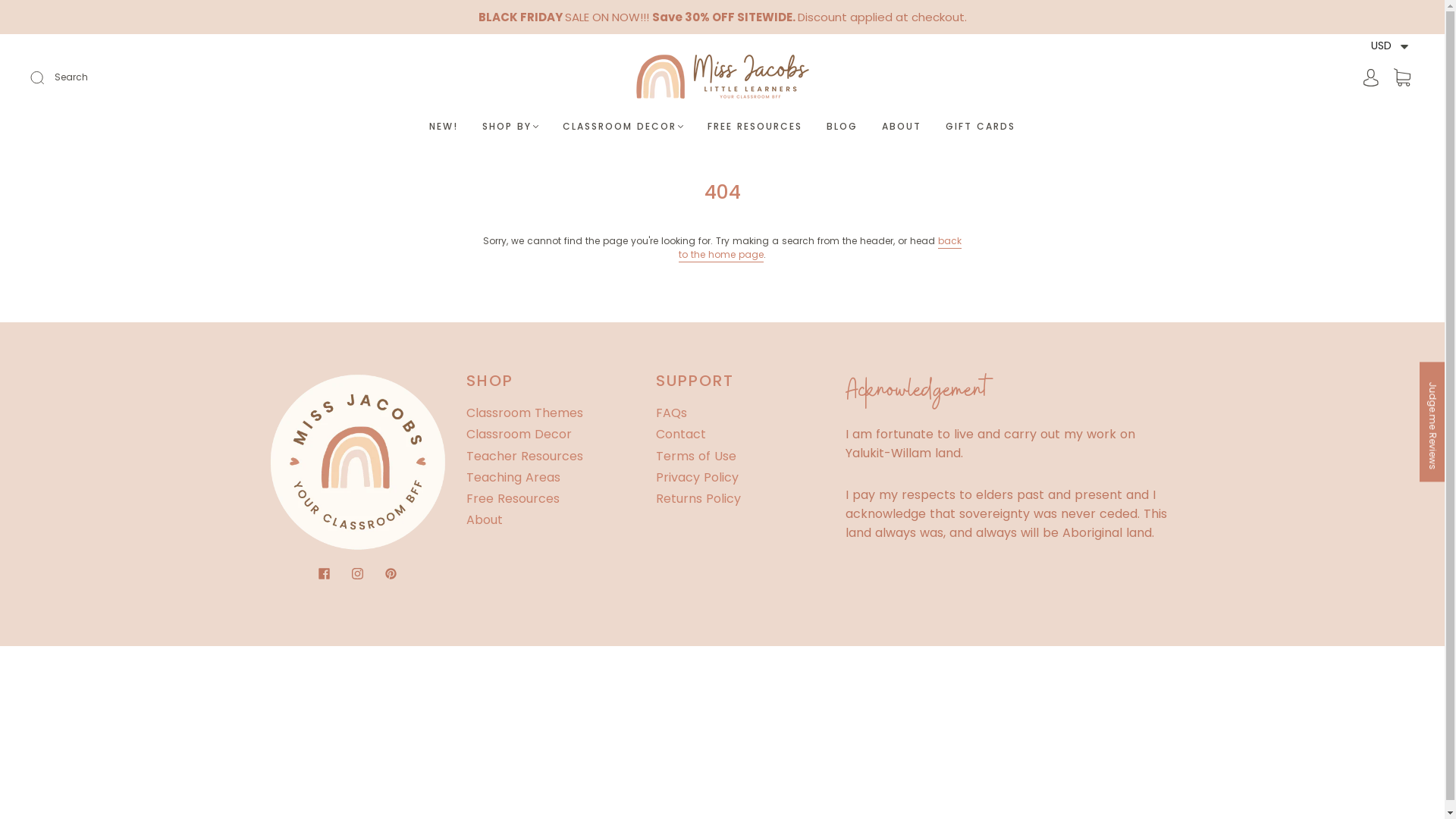 The image size is (1456, 819). What do you see at coordinates (623, 125) in the screenshot?
I see `'CLASSROOM DECOR'` at bounding box center [623, 125].